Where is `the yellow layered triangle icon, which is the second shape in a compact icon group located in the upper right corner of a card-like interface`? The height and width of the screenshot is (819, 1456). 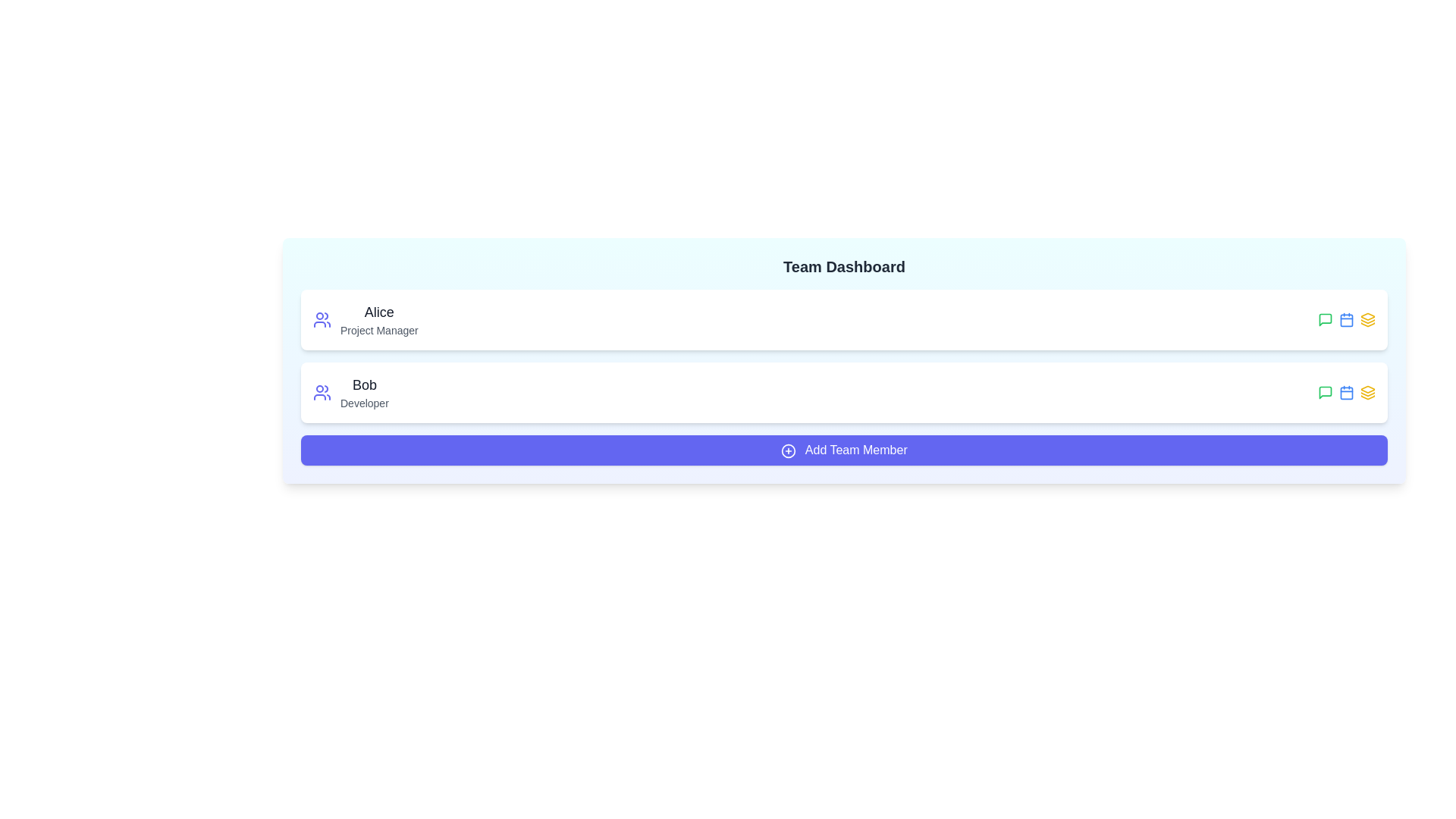 the yellow layered triangle icon, which is the second shape in a compact icon group located in the upper right corner of a card-like interface is located at coordinates (1368, 321).